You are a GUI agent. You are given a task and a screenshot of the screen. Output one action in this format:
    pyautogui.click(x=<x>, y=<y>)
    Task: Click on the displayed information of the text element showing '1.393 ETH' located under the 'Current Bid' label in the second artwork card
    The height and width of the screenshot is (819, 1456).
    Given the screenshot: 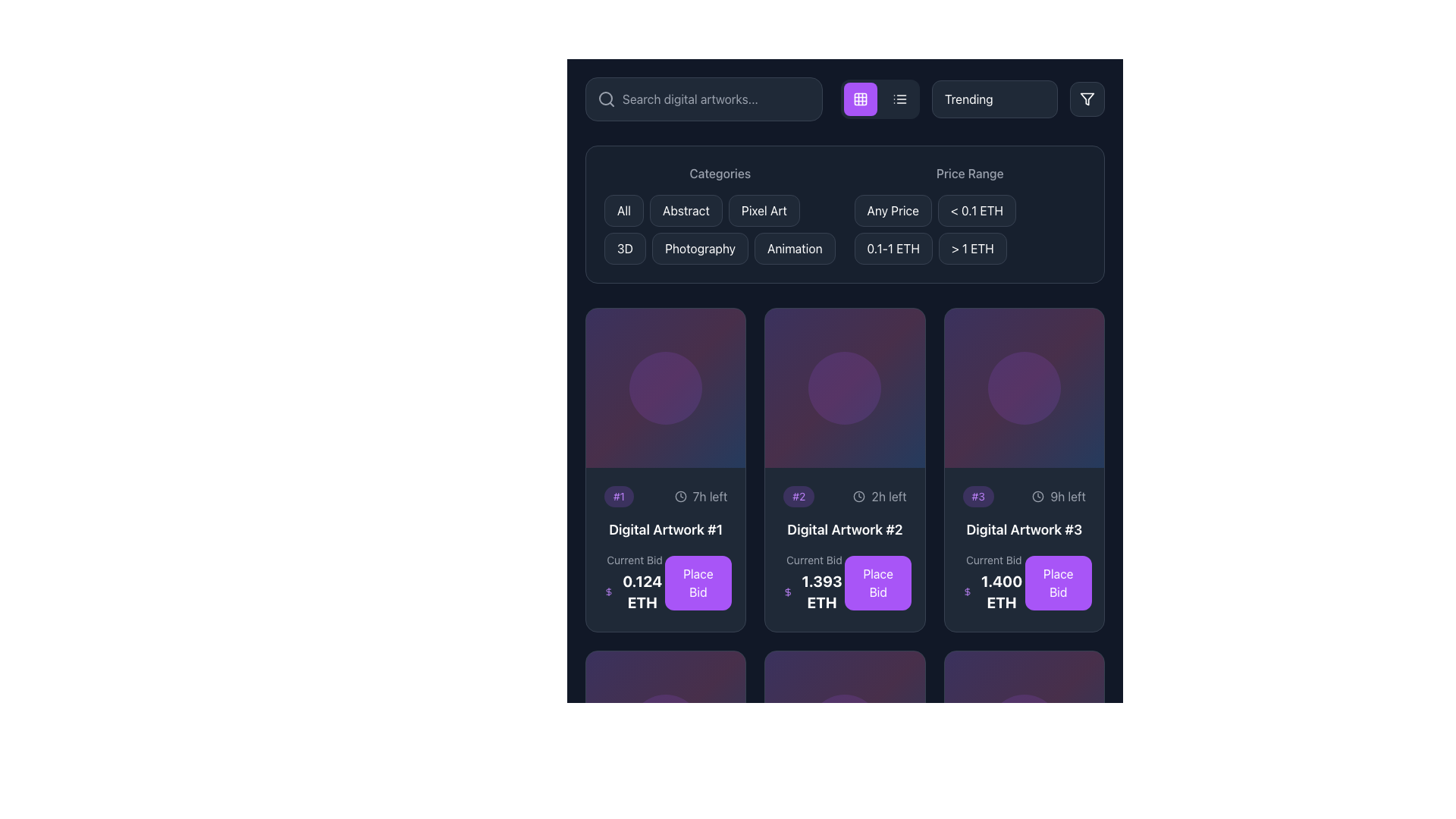 What is the action you would take?
    pyautogui.click(x=813, y=591)
    